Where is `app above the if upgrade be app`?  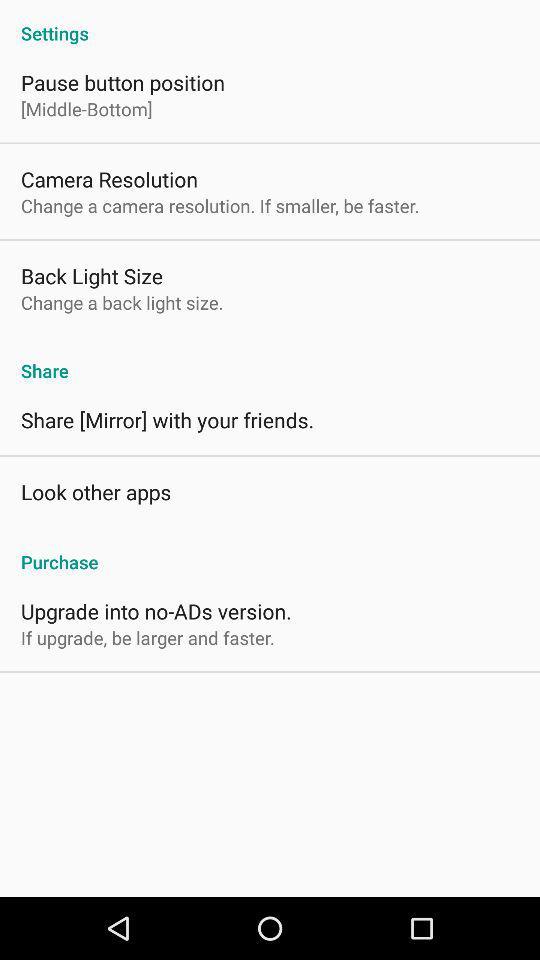 app above the if upgrade be app is located at coordinates (155, 610).